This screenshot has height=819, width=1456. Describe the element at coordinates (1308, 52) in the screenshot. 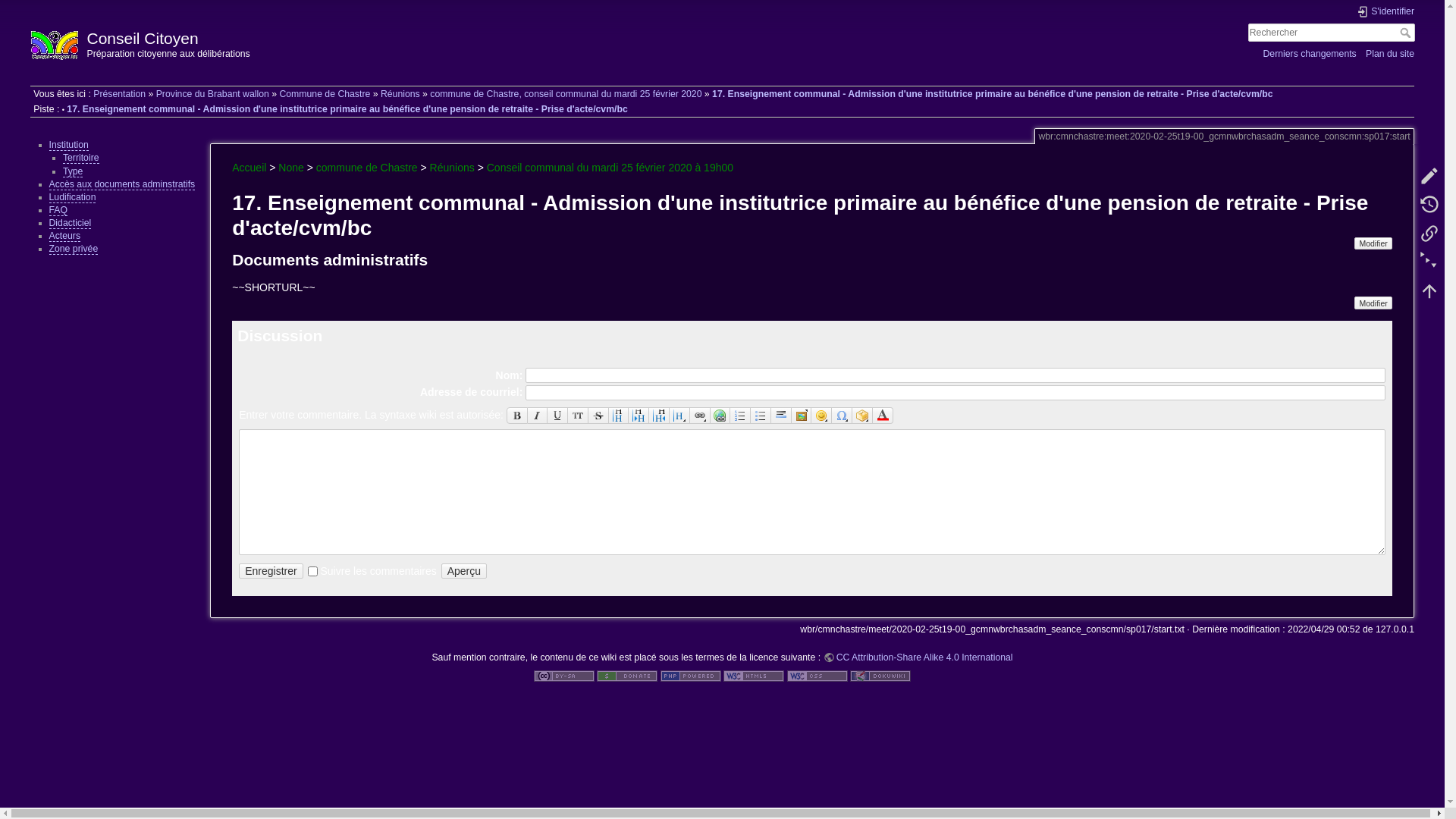

I see `'Derniers changements'` at that location.